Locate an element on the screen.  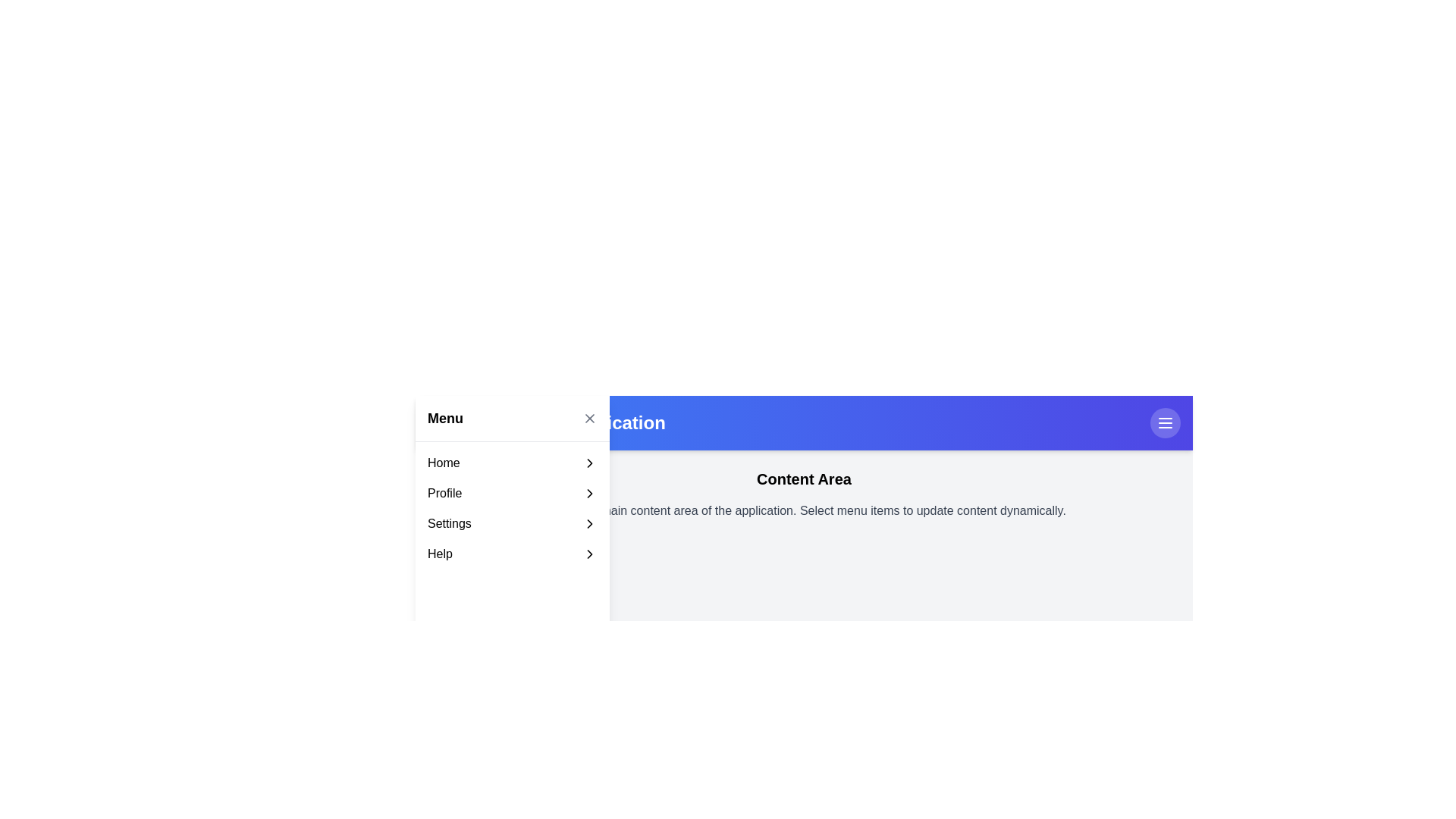
the chevron icon located to the right of the 'Profile' menu item in the sidebar menu is located at coordinates (588, 494).